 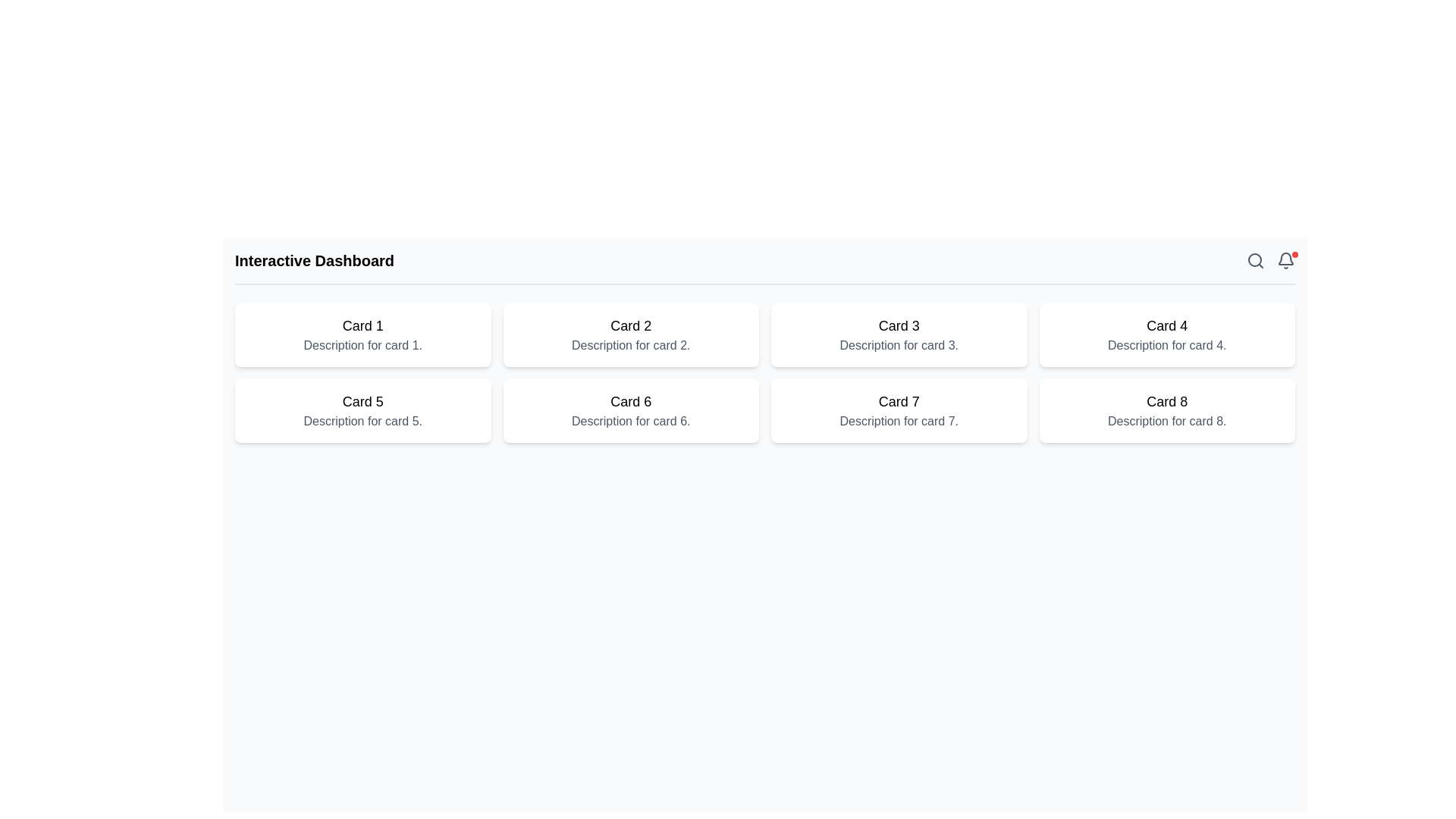 I want to click on the text label that serves as the title for 'Card 3', located in the second row and second column of the grid layout, so click(x=899, y=325).